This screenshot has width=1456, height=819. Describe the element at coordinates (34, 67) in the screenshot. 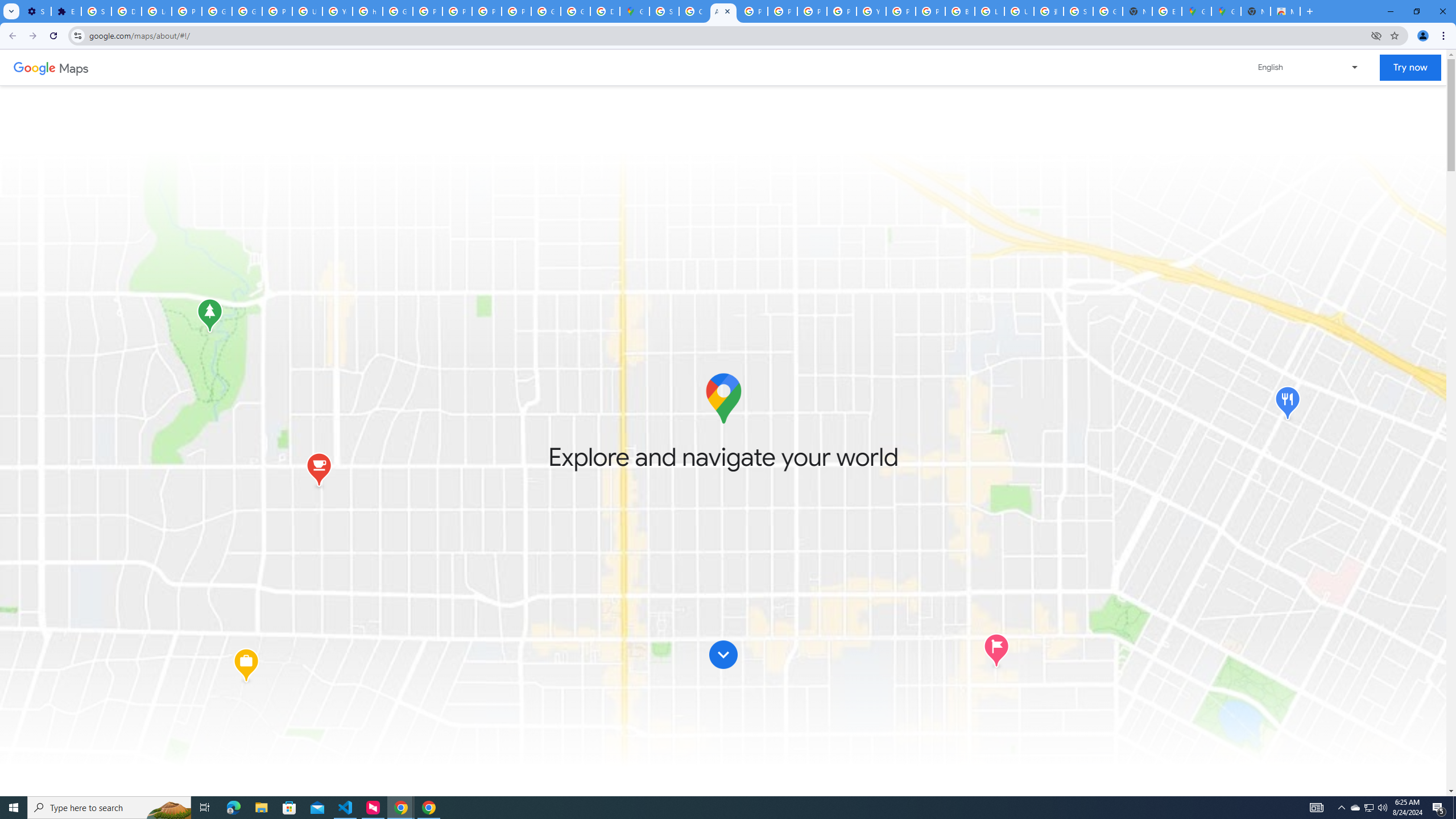

I see `'Google'` at that location.